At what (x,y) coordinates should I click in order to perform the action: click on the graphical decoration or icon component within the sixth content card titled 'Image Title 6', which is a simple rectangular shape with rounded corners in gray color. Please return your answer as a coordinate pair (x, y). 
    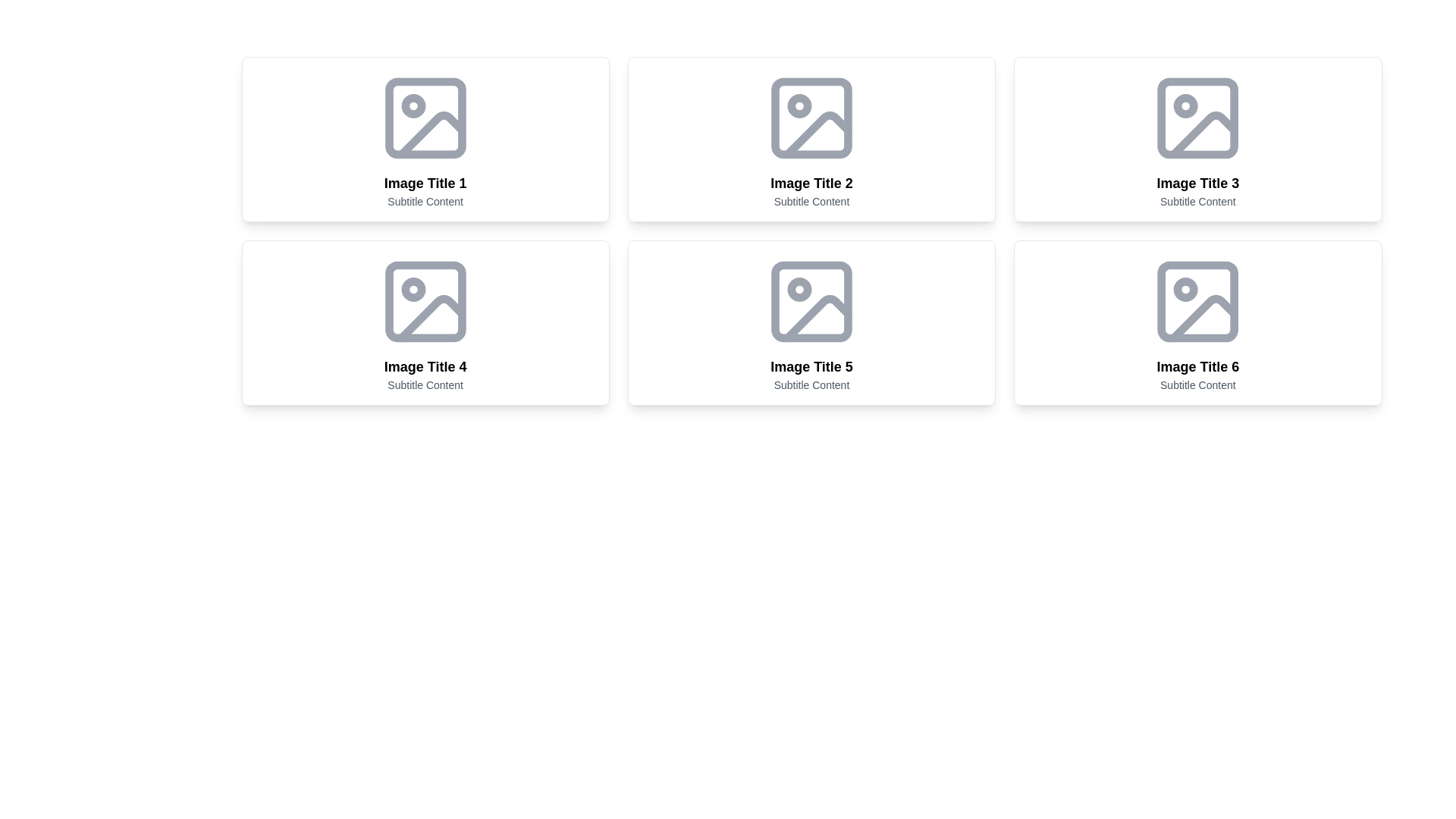
    Looking at the image, I should click on (1197, 301).